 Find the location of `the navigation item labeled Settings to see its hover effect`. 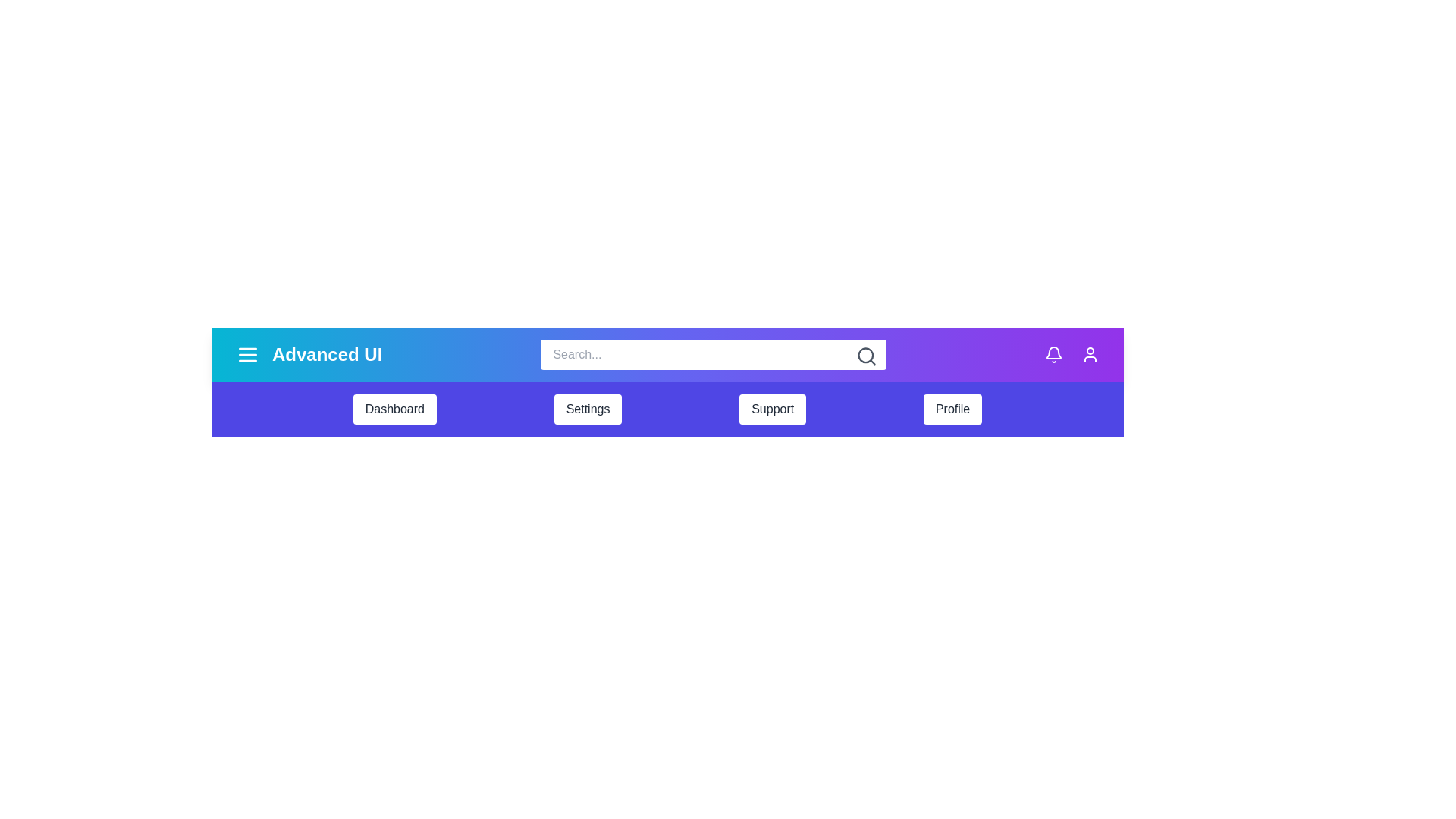

the navigation item labeled Settings to see its hover effect is located at coordinates (587, 409).